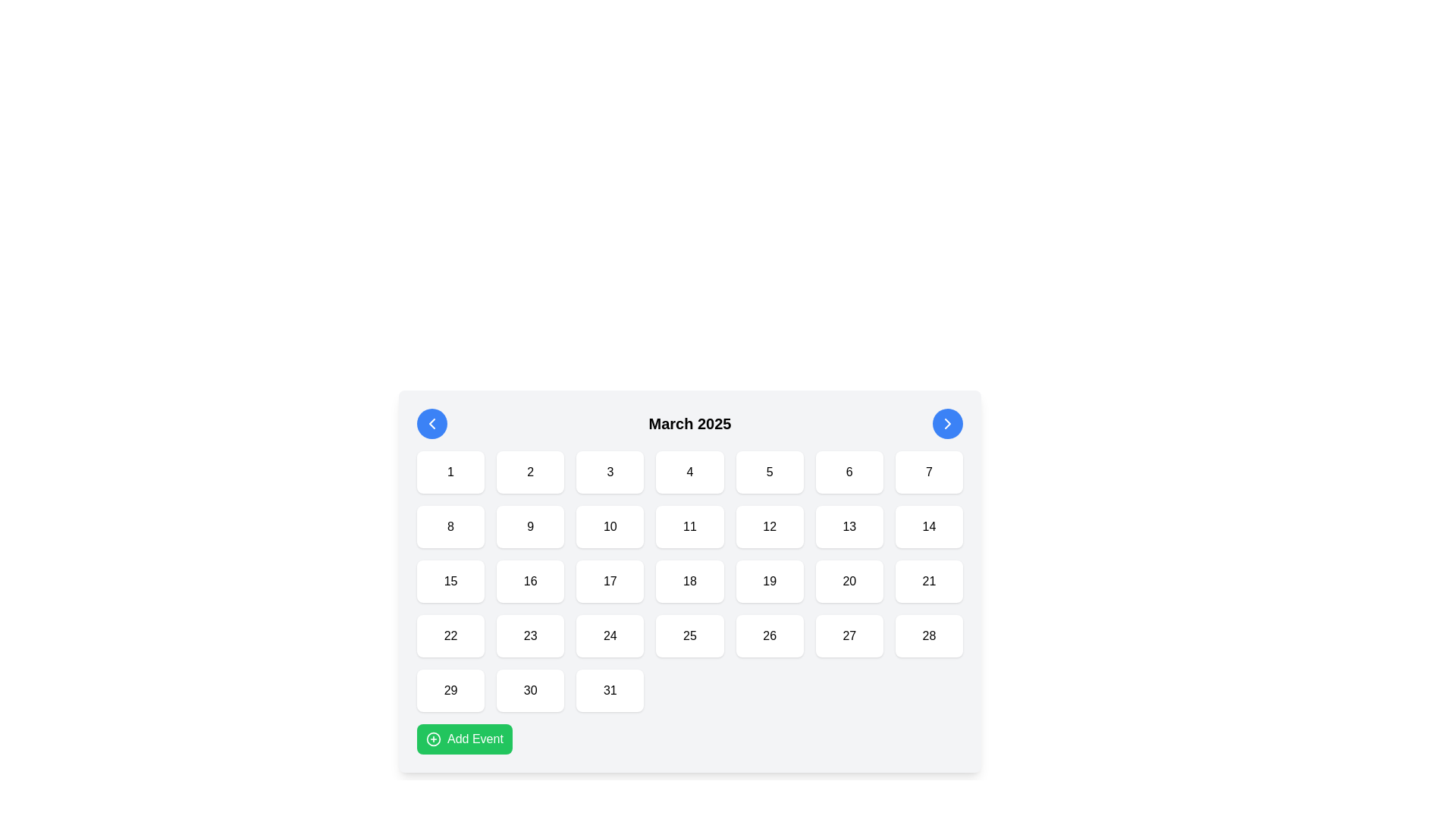 Image resolution: width=1456 pixels, height=819 pixels. I want to click on to select the day represented by the 30th cell in the calendar grid for March 2025, located in the 5th row and 2nd column, so click(530, 690).